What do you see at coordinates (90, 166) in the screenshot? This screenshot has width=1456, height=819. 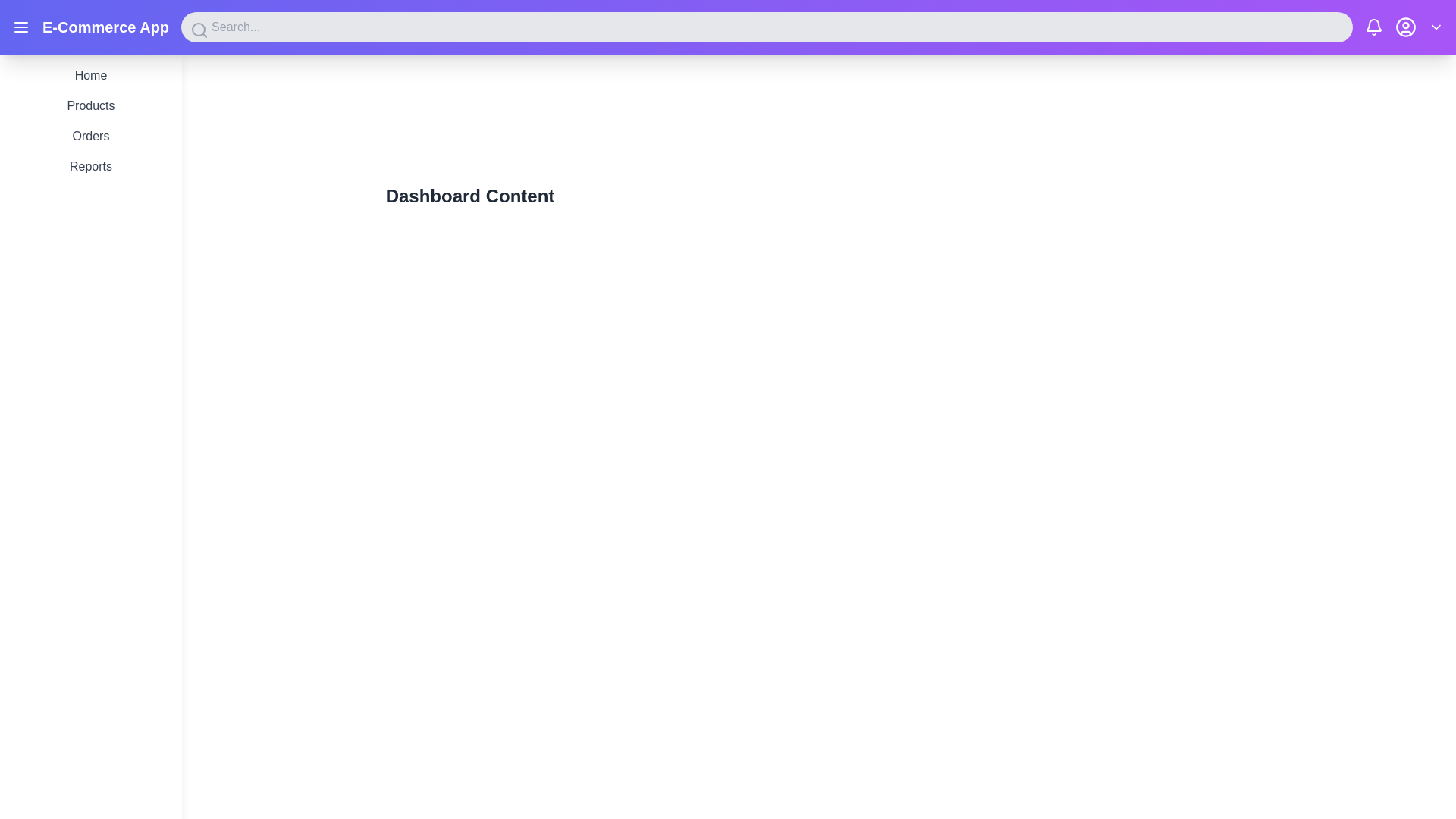 I see `the 'Reports' text link in the sidebar to observe a color change` at bounding box center [90, 166].